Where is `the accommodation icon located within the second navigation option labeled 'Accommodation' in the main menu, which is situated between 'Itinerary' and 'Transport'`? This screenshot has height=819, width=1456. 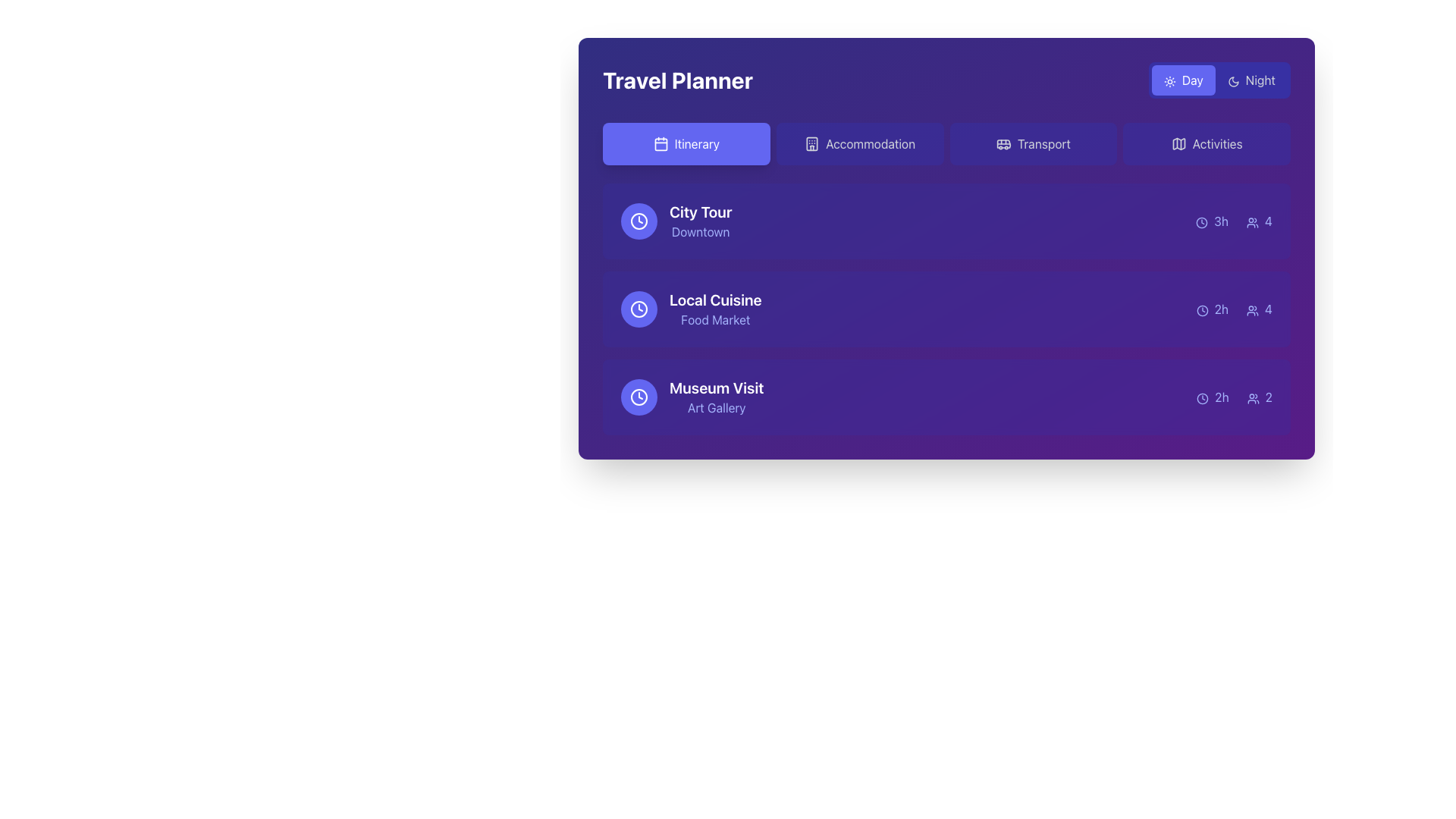 the accommodation icon located within the second navigation option labeled 'Accommodation' in the main menu, which is situated between 'Itinerary' and 'Transport' is located at coordinates (811, 143).